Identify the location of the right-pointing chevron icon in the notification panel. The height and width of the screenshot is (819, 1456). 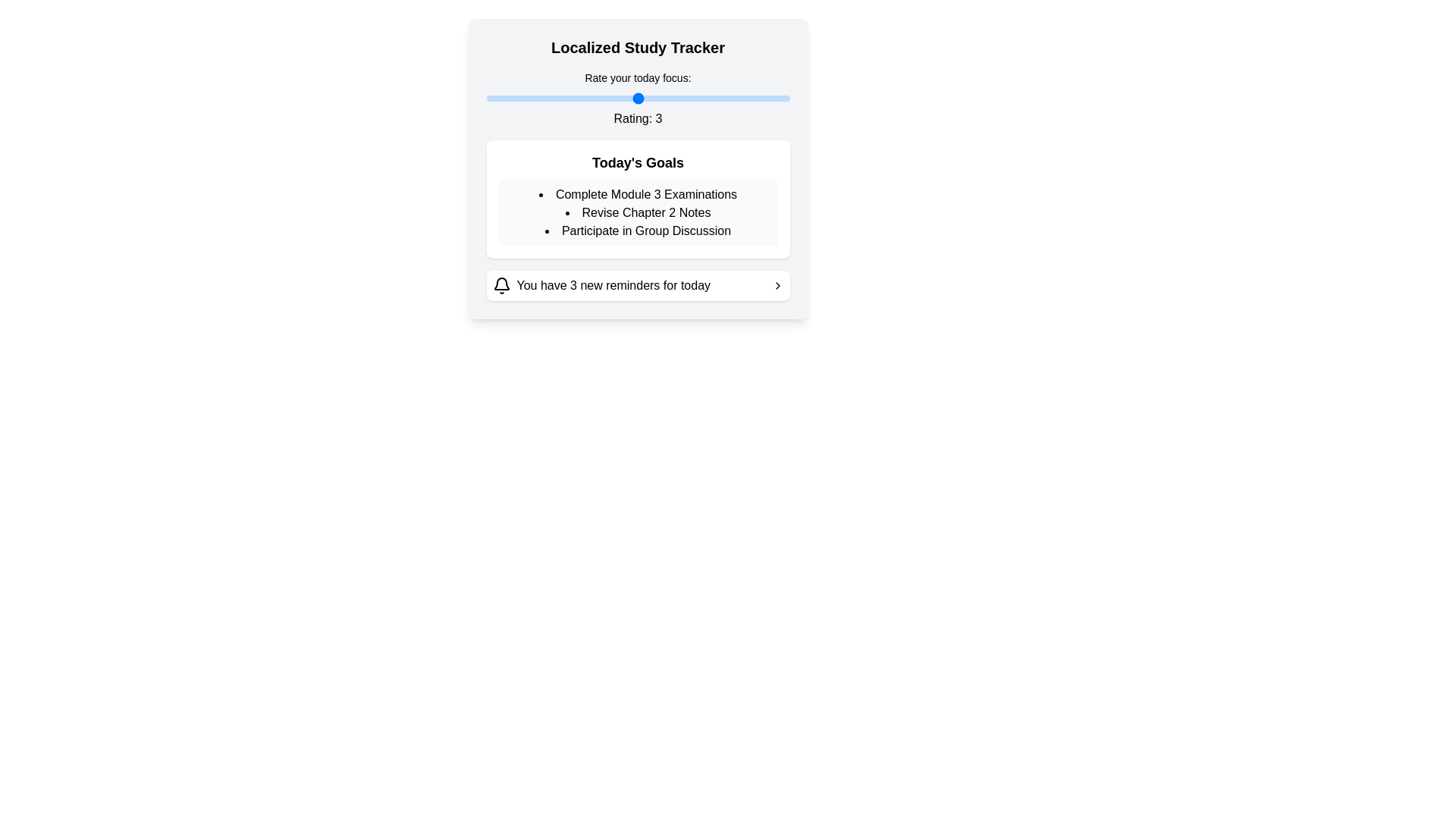
(777, 286).